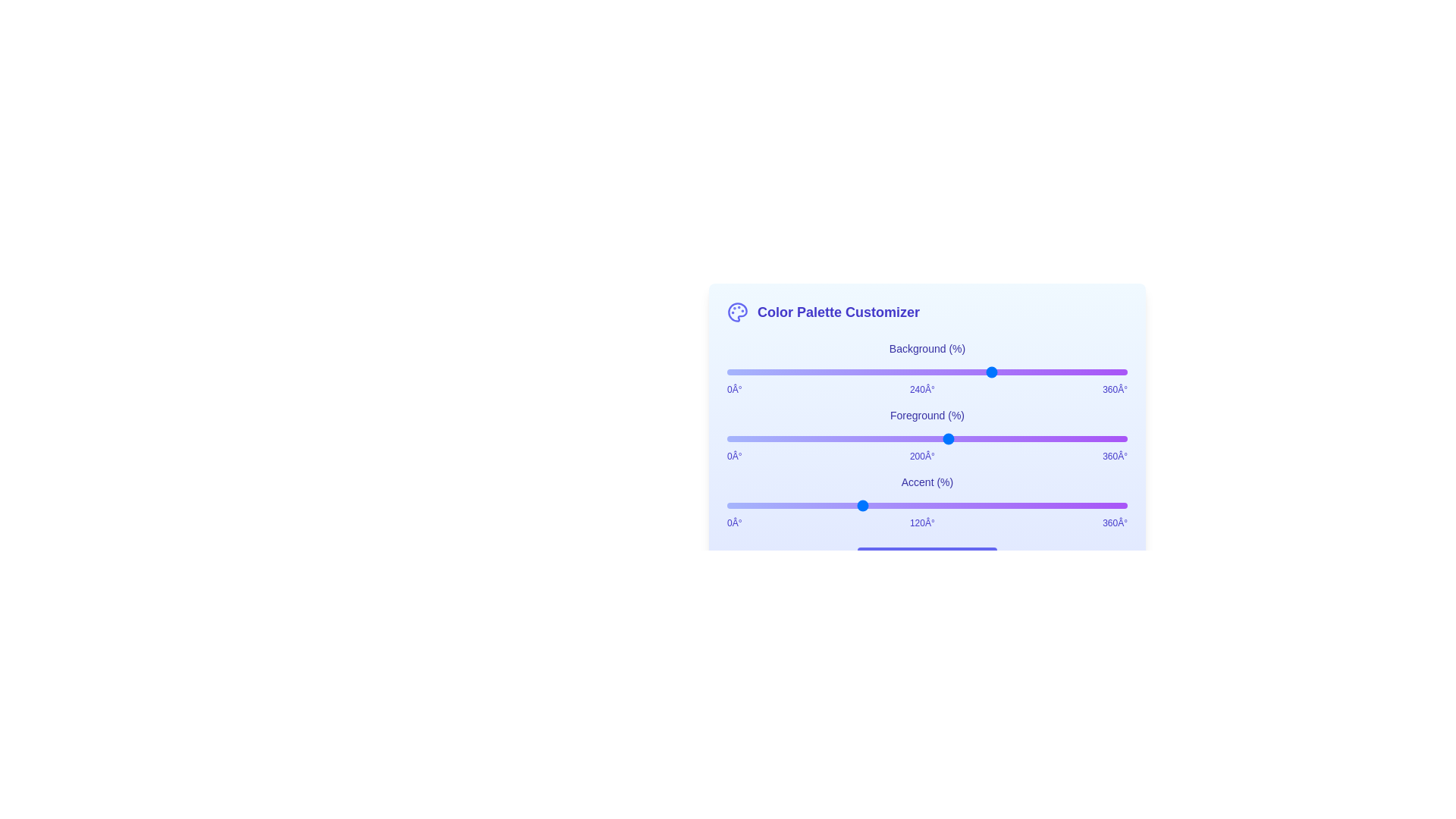  What do you see at coordinates (927, 415) in the screenshot?
I see `the text 'Foreground (%)' to highlight it` at bounding box center [927, 415].